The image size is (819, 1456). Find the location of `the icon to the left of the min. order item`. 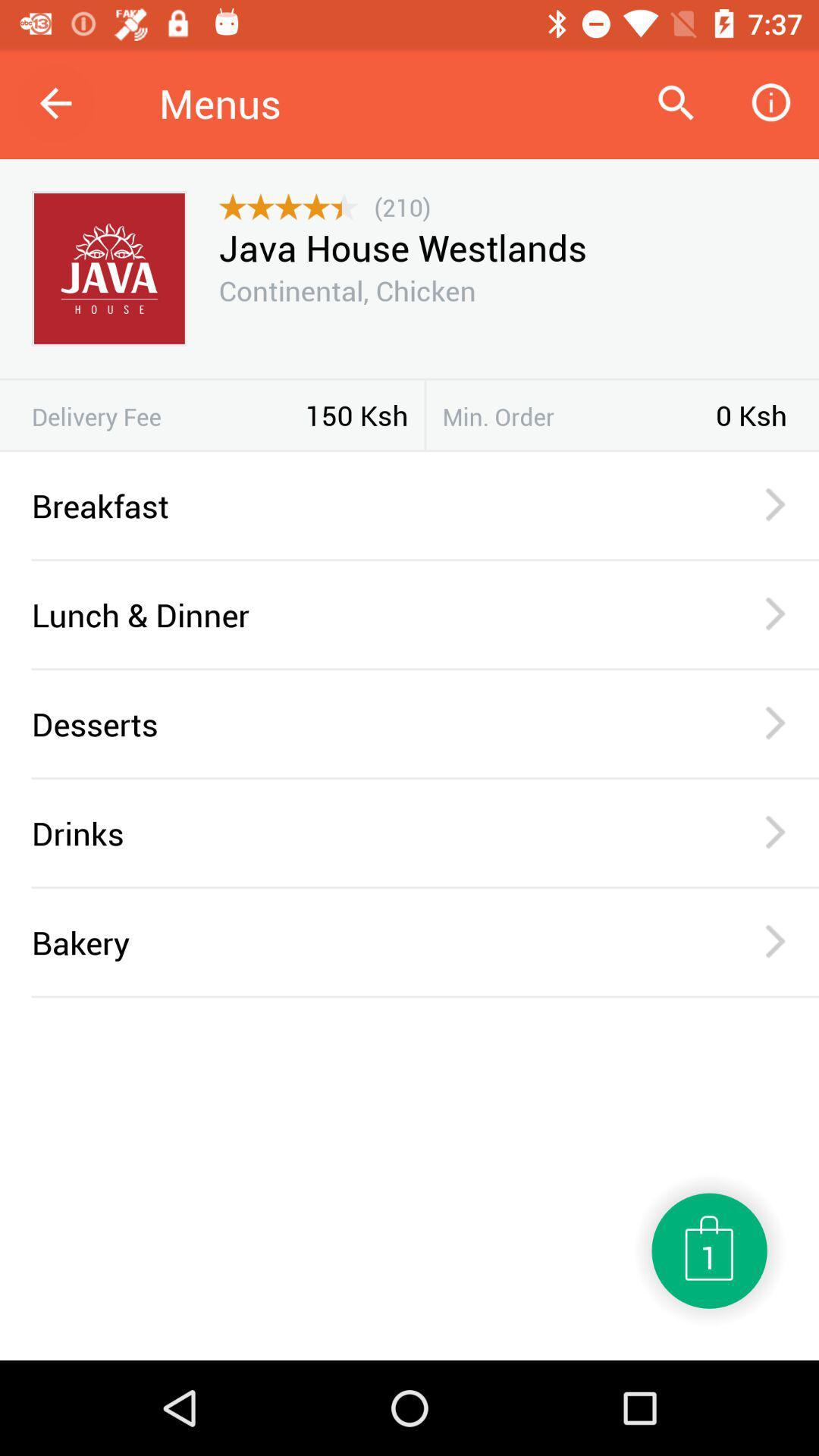

the icon to the left of the min. order item is located at coordinates (425, 415).